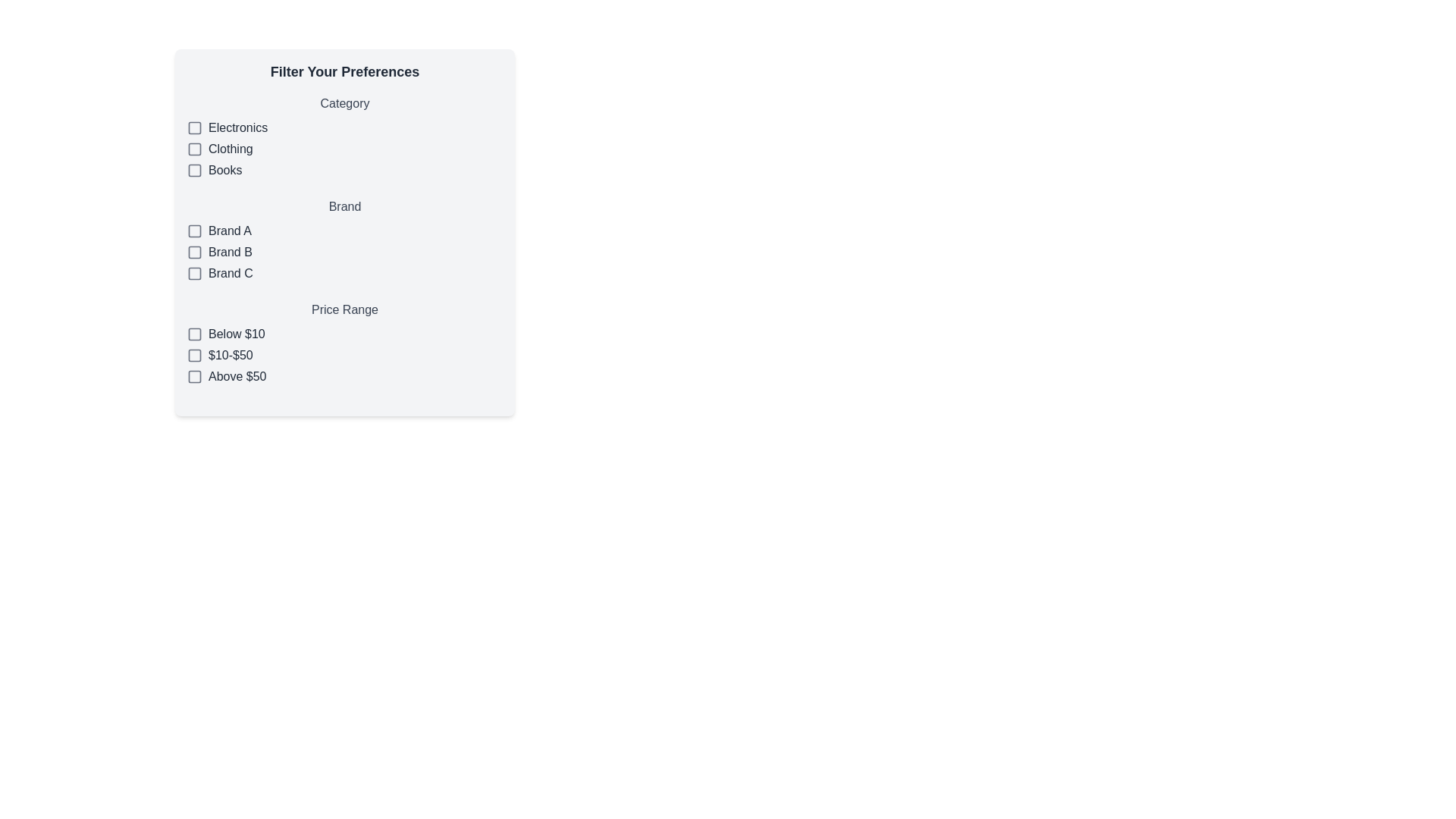  Describe the element at coordinates (194, 274) in the screenshot. I see `the Checkbox for 'Brand C' located in the user preference panel` at that location.